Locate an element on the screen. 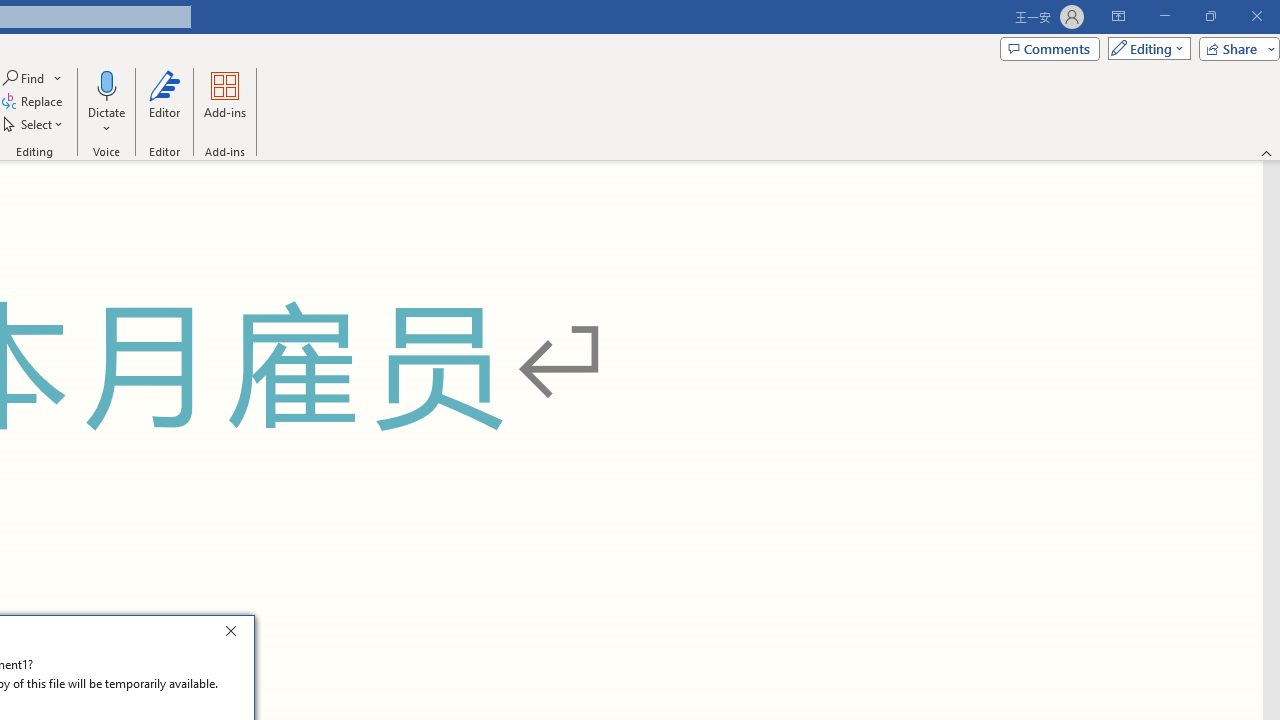  'Minimize' is located at coordinates (1164, 16).